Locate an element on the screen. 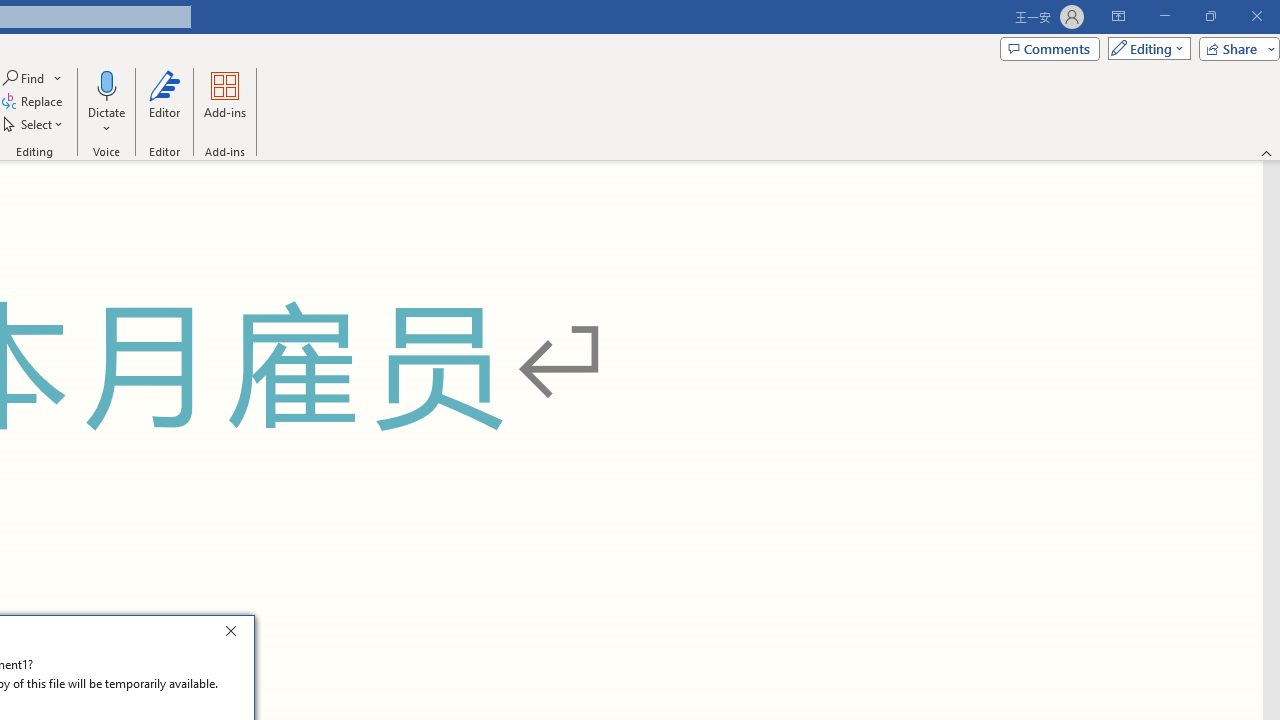  'Minimize' is located at coordinates (1164, 16).